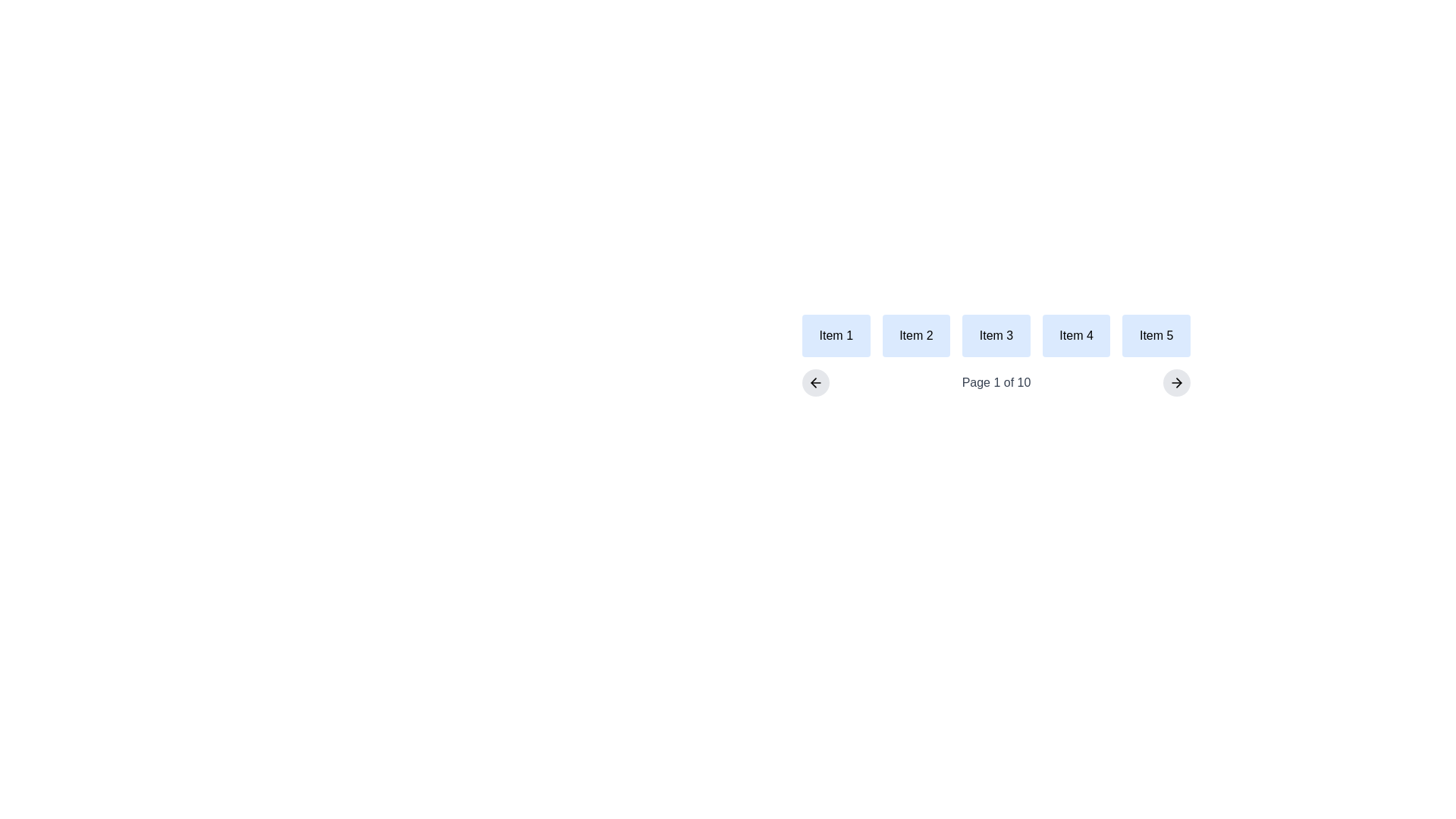 This screenshot has width=1456, height=819. Describe the element at coordinates (996, 382) in the screenshot. I see `the static text label reading 'Page 1 of 10', which is styled in gray and located at the center of the pagination interface area, between interactive arrow symbols for navigation` at that location.